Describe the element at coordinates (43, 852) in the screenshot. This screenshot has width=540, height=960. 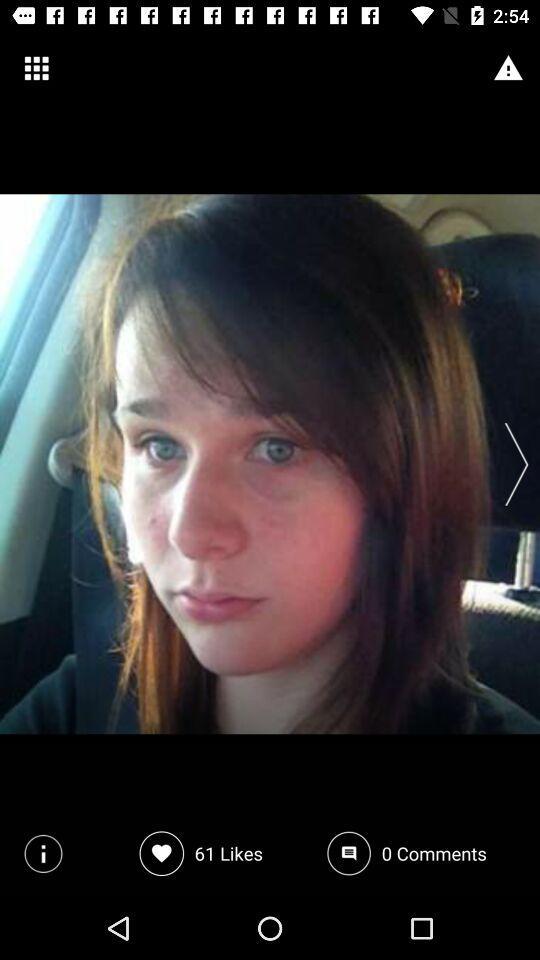
I see `the info icon` at that location.